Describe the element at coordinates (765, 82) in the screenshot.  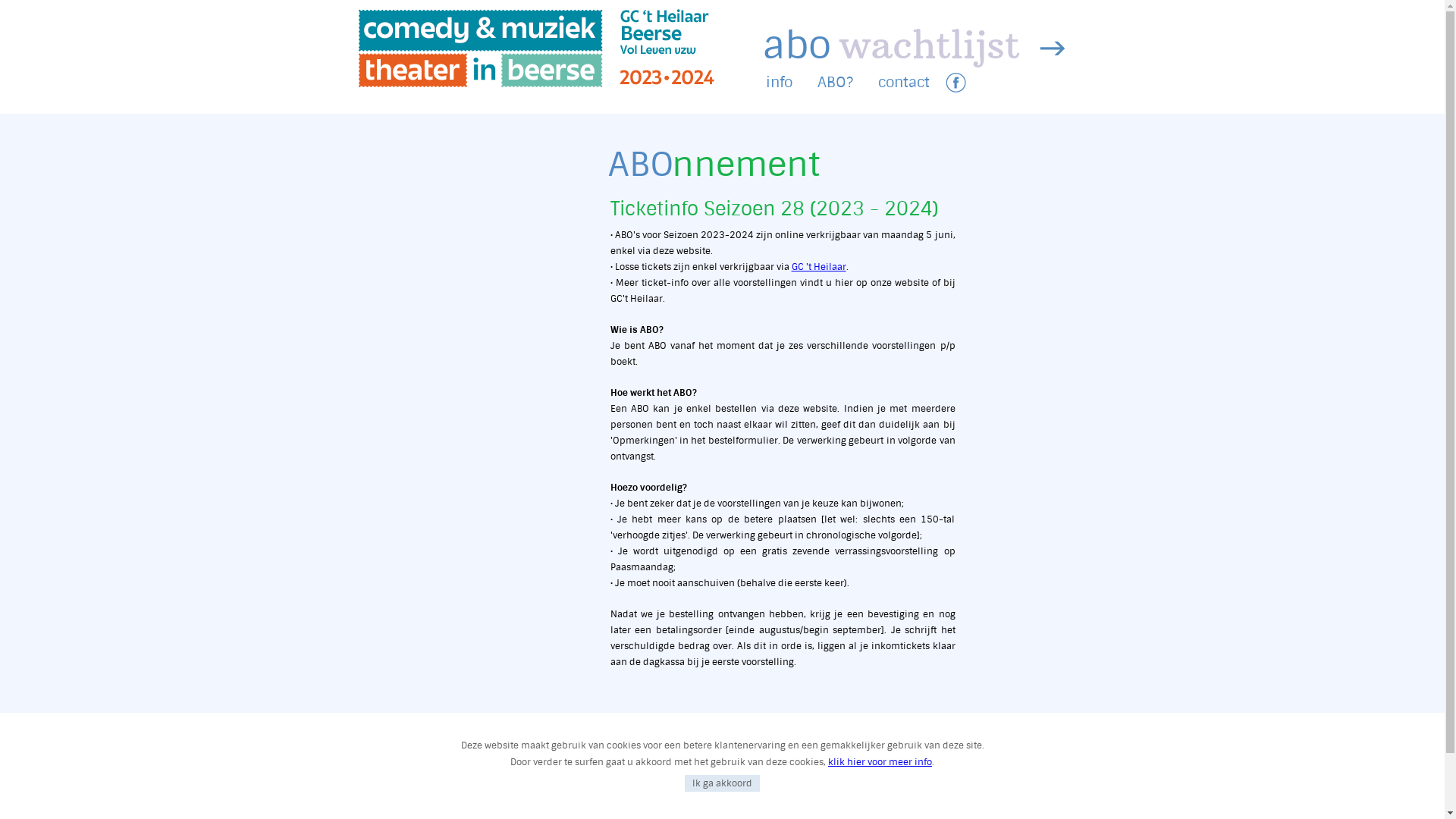
I see `'info'` at that location.